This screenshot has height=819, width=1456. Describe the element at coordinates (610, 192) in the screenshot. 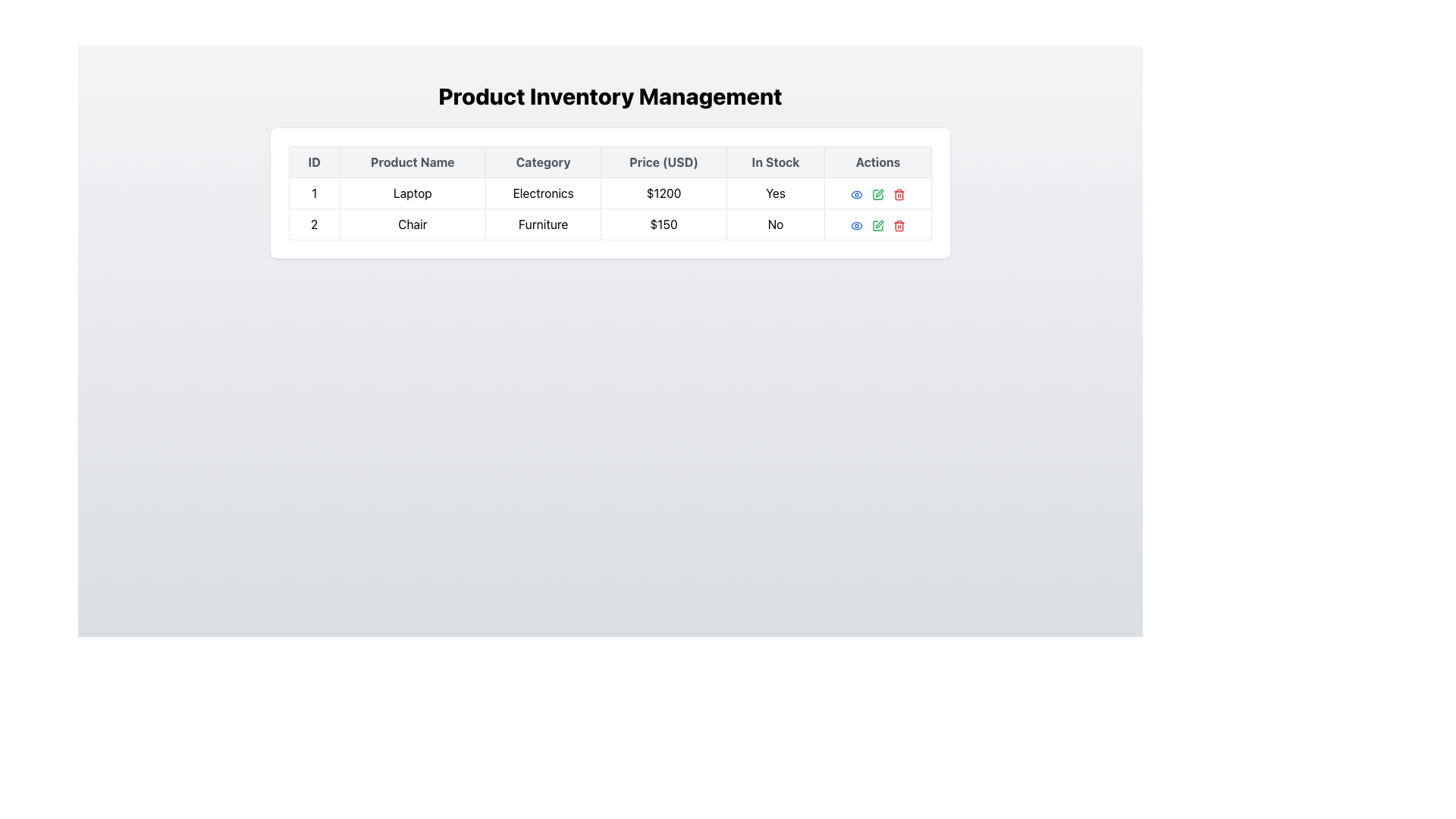

I see `the first table row containing the product details '1LaptopElectronics$1200Yes'` at that location.